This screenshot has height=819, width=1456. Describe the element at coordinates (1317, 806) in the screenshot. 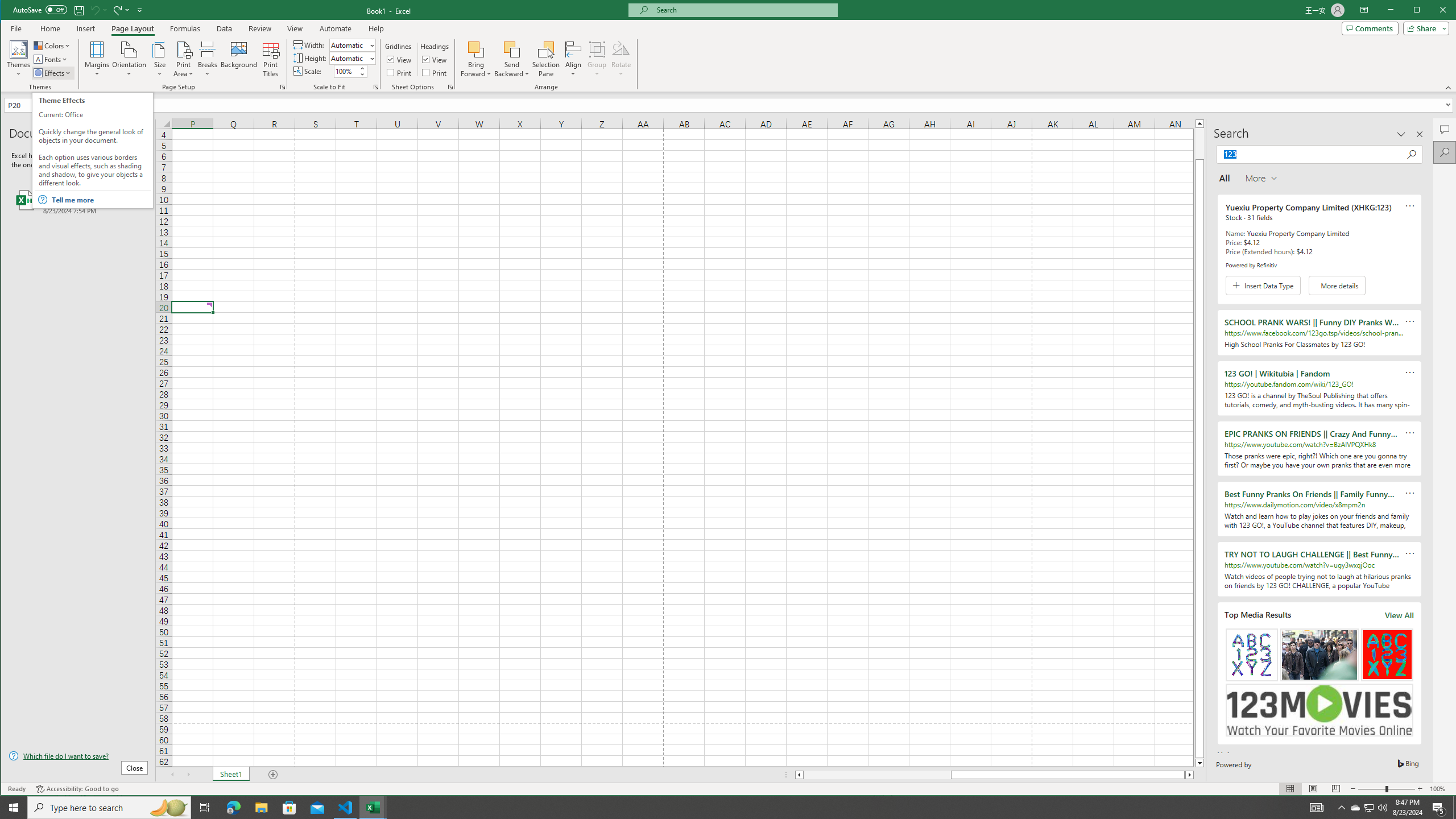

I see `'AutomationID: 4105'` at that location.